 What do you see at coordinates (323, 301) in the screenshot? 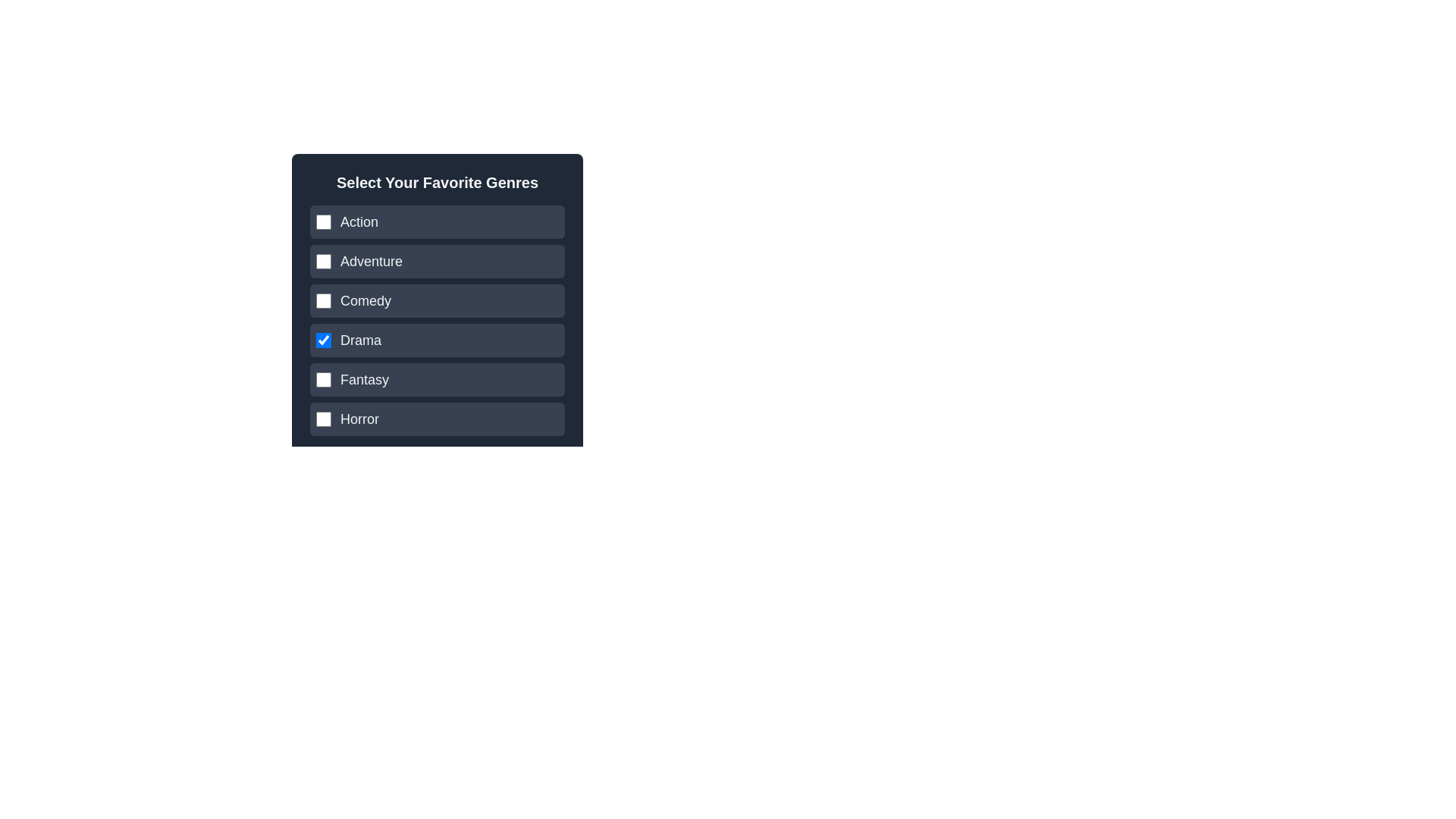
I see `the 'Comedy' checkbox, which is located in the third row of the 'Select Your Favorite Genres' section, to provide visual feedback` at bounding box center [323, 301].